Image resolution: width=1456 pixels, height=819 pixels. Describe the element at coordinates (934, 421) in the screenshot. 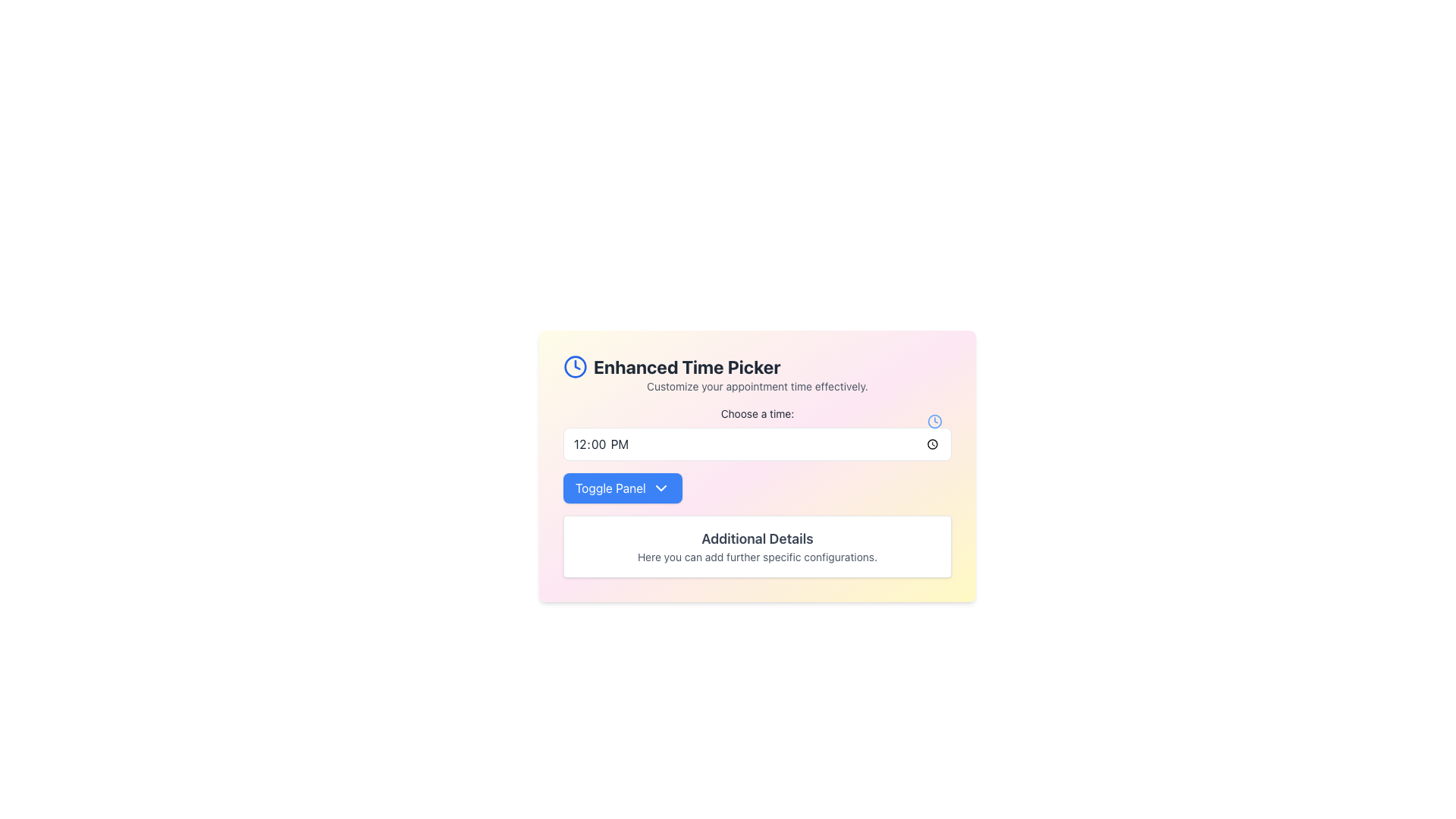

I see `the small circular clock icon with a blue outline located in the time-picker component panel, near the input field for selecting time` at that location.